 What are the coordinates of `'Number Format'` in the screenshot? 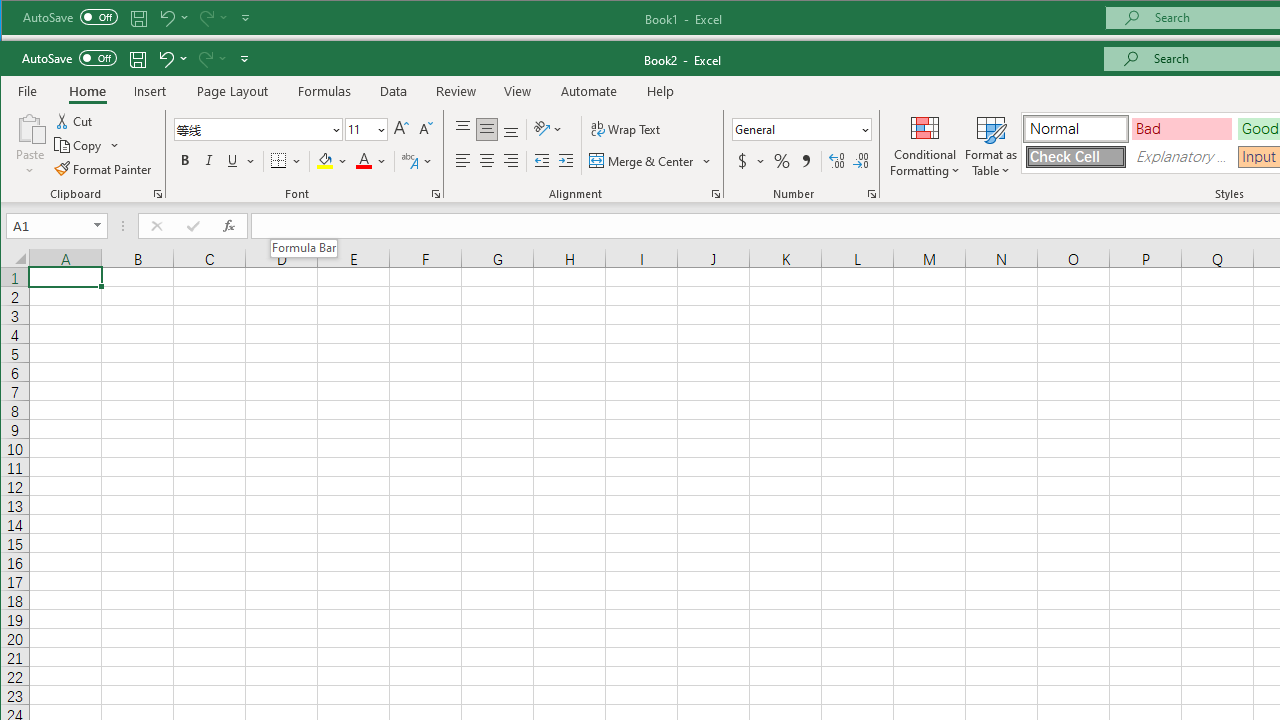 It's located at (801, 129).